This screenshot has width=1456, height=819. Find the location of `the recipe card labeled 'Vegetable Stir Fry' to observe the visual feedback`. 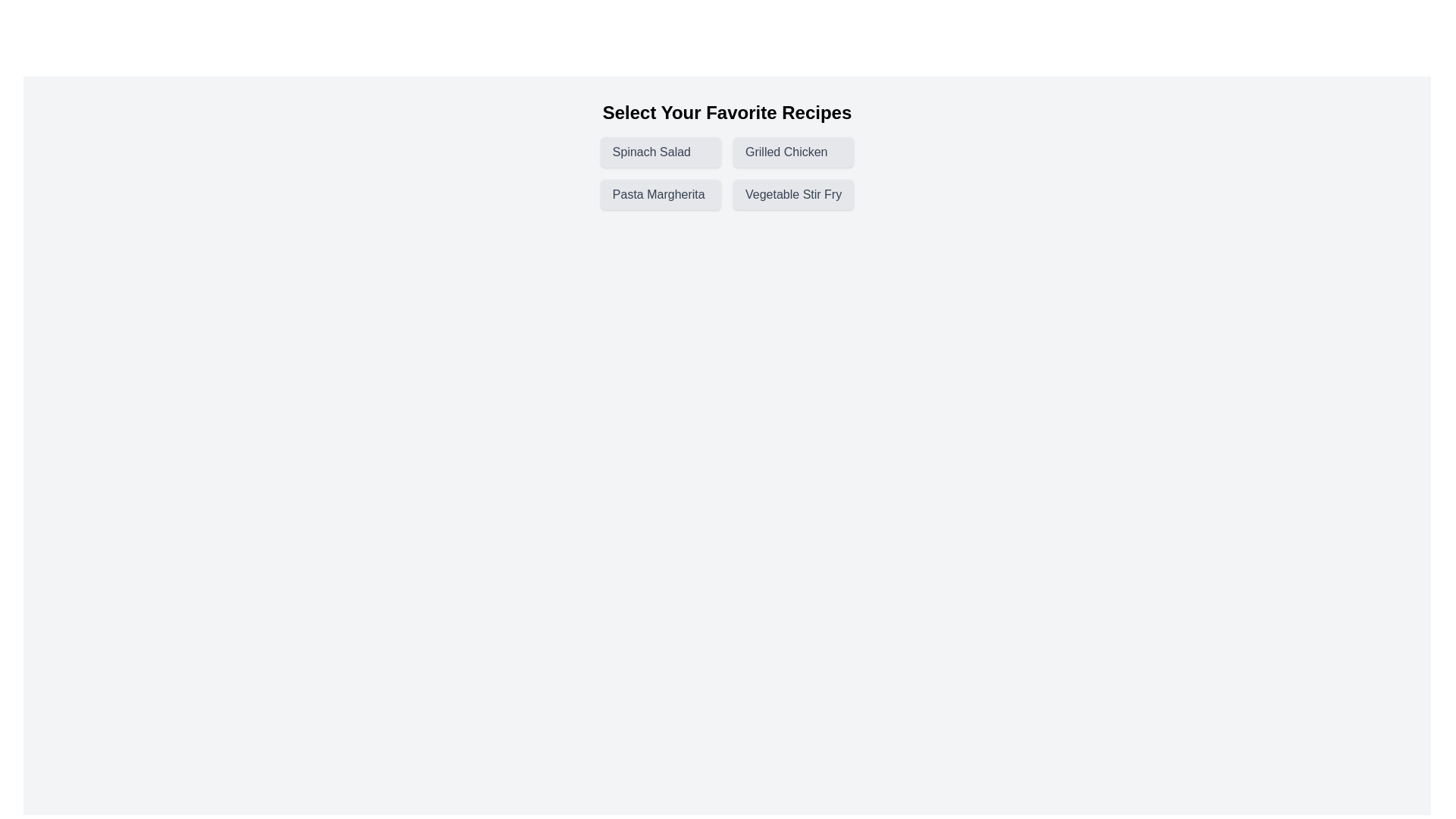

the recipe card labeled 'Vegetable Stir Fry' to observe the visual feedback is located at coordinates (792, 194).